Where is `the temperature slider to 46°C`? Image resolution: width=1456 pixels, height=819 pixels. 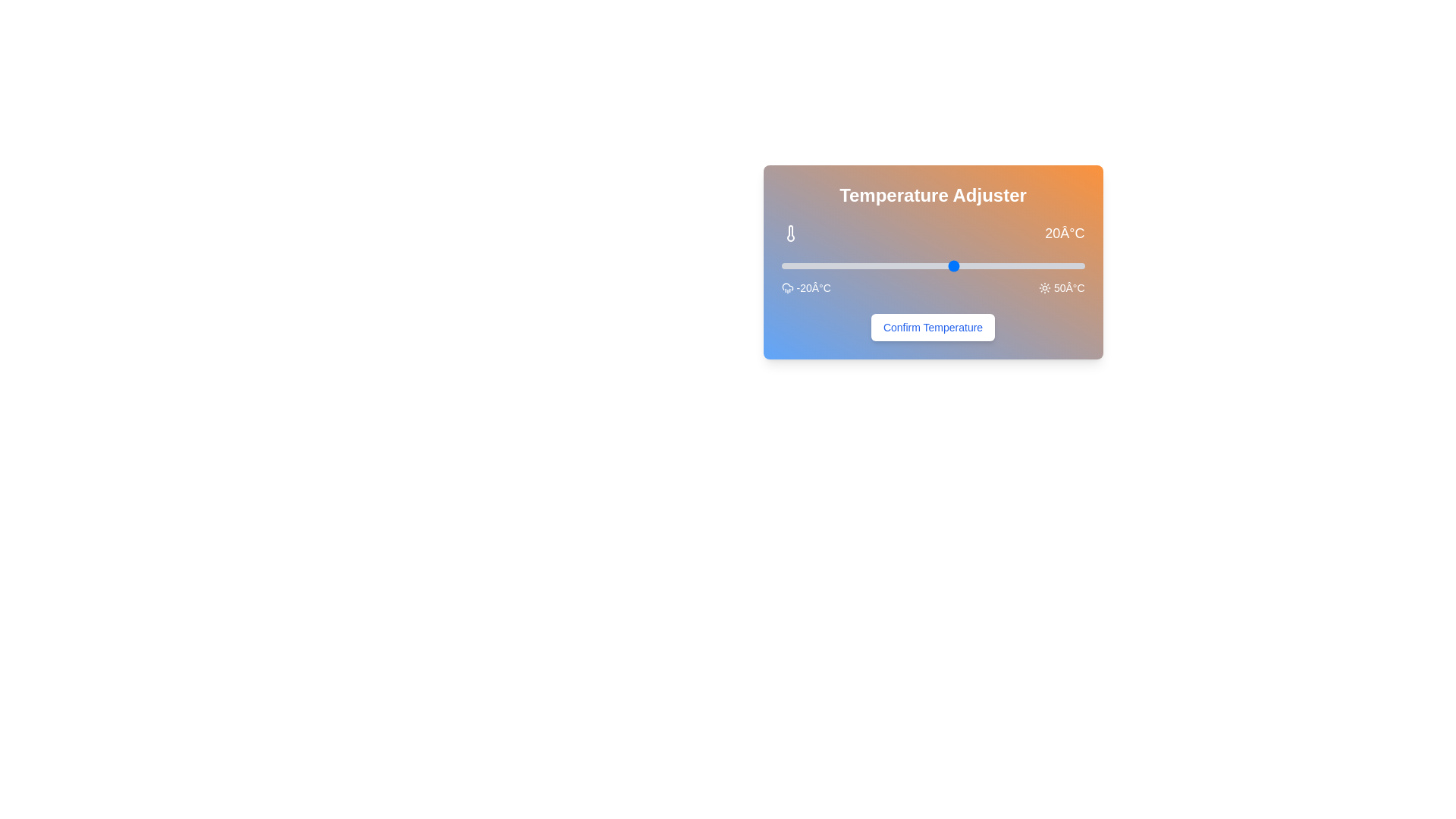 the temperature slider to 46°C is located at coordinates (1066, 265).